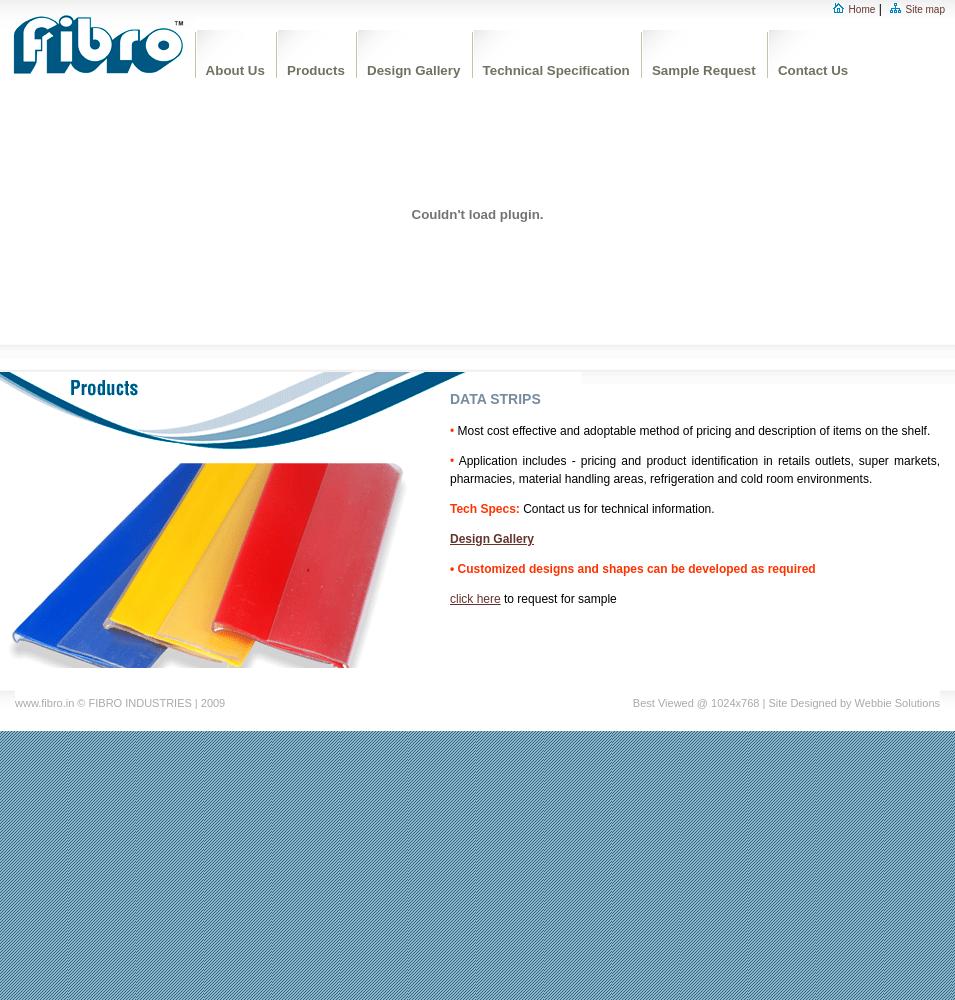  What do you see at coordinates (558, 598) in the screenshot?
I see `'to request for sample'` at bounding box center [558, 598].